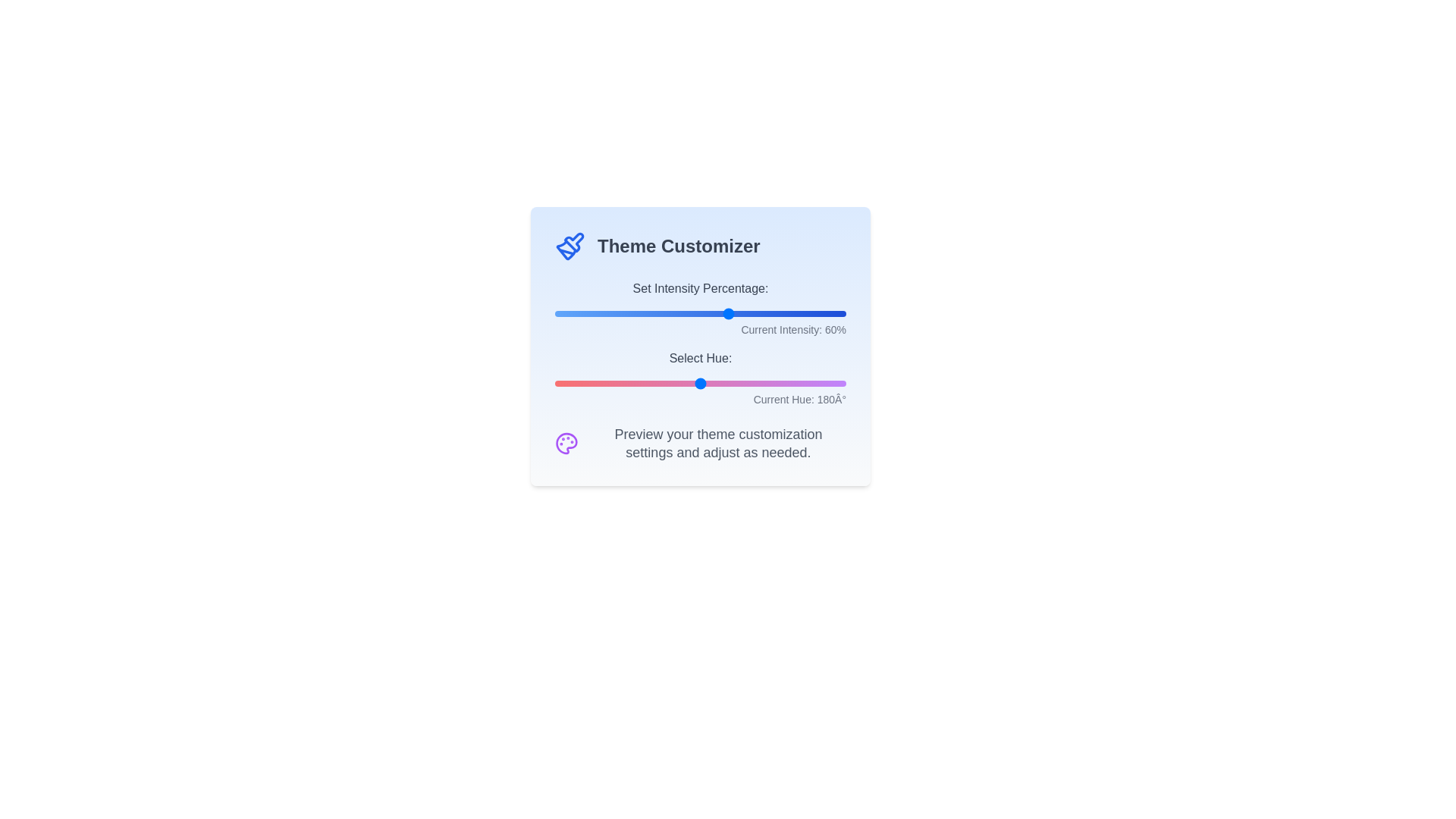 This screenshot has width=1456, height=819. Describe the element at coordinates (742, 382) in the screenshot. I see `the 'Select Hue' slider to 232 degrees` at that location.